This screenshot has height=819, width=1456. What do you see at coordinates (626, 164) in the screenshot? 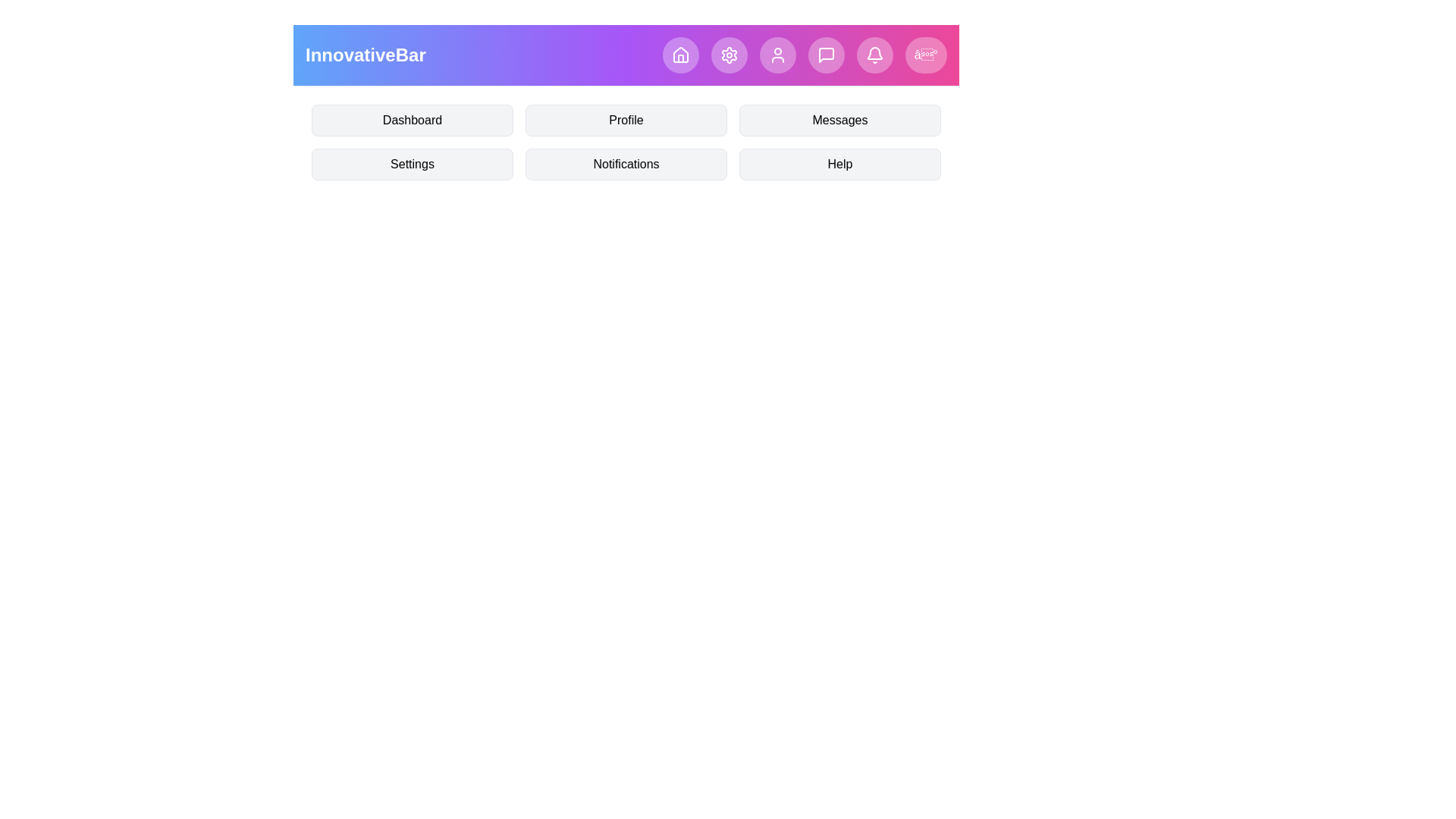
I see `the menu item Notifications by clicking on it` at bounding box center [626, 164].